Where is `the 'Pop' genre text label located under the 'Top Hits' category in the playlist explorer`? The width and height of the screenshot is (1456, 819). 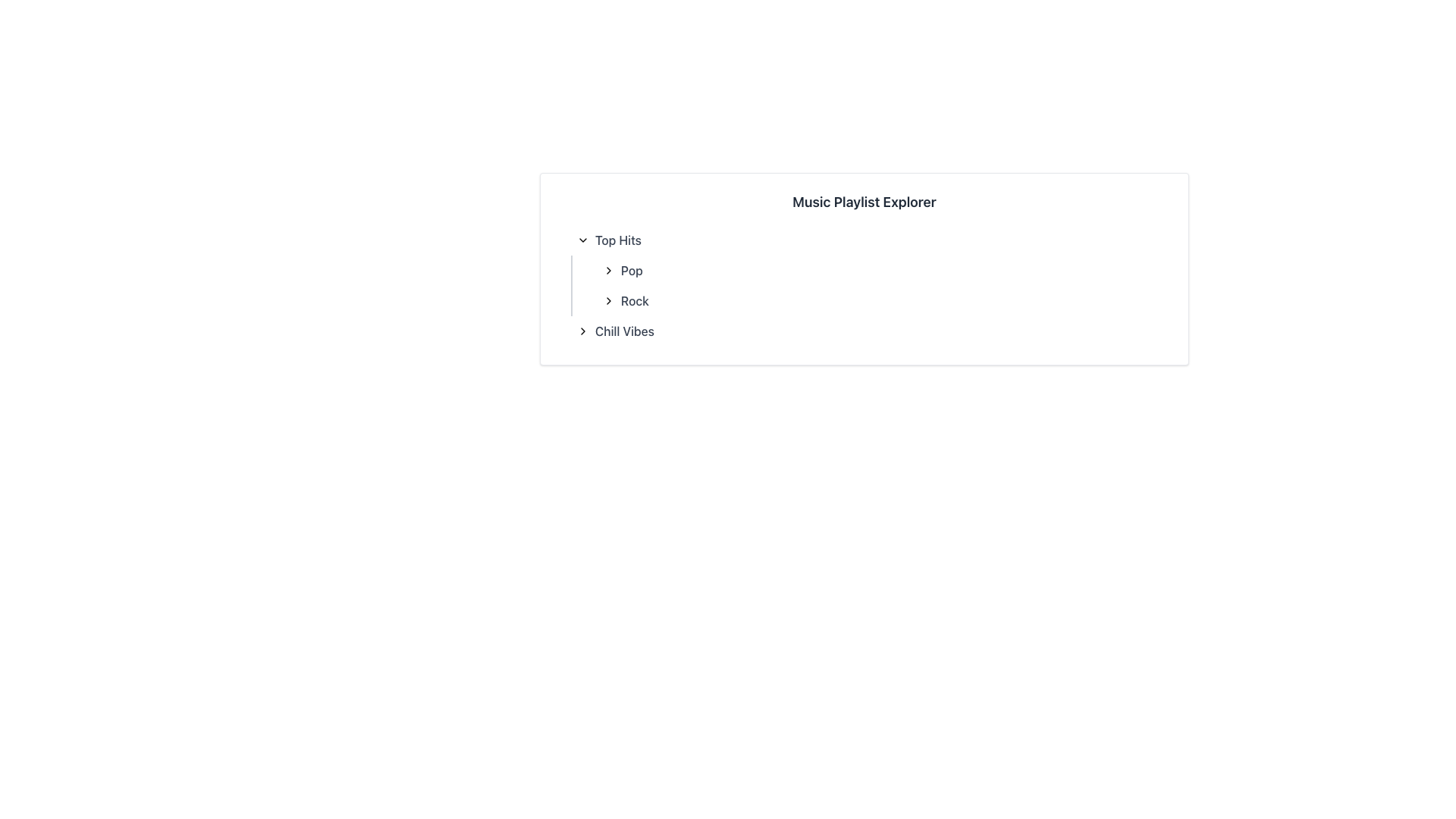 the 'Pop' genre text label located under the 'Top Hits' category in the playlist explorer is located at coordinates (632, 270).